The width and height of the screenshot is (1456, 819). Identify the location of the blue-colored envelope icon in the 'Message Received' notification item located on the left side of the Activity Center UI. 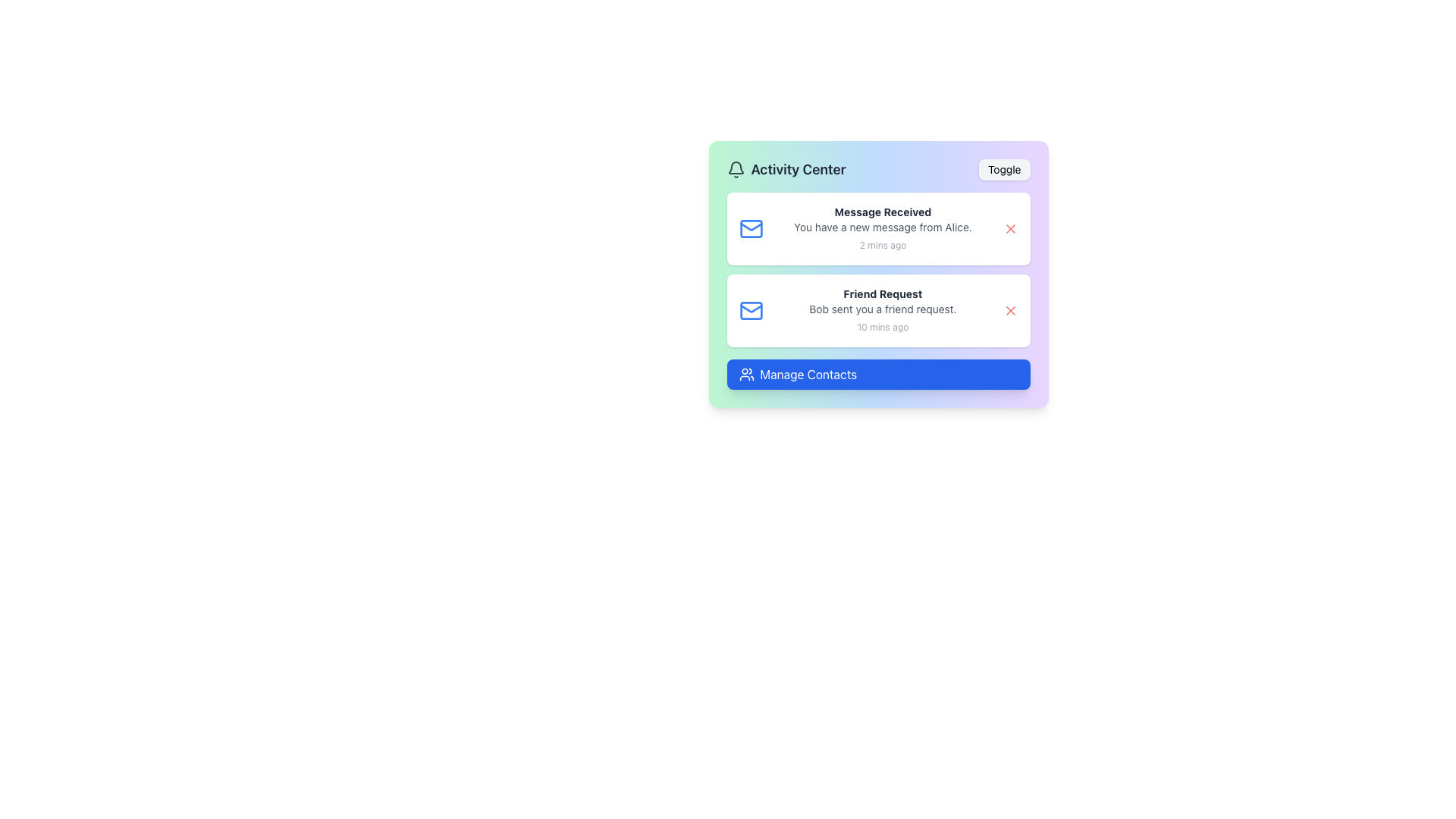
(751, 308).